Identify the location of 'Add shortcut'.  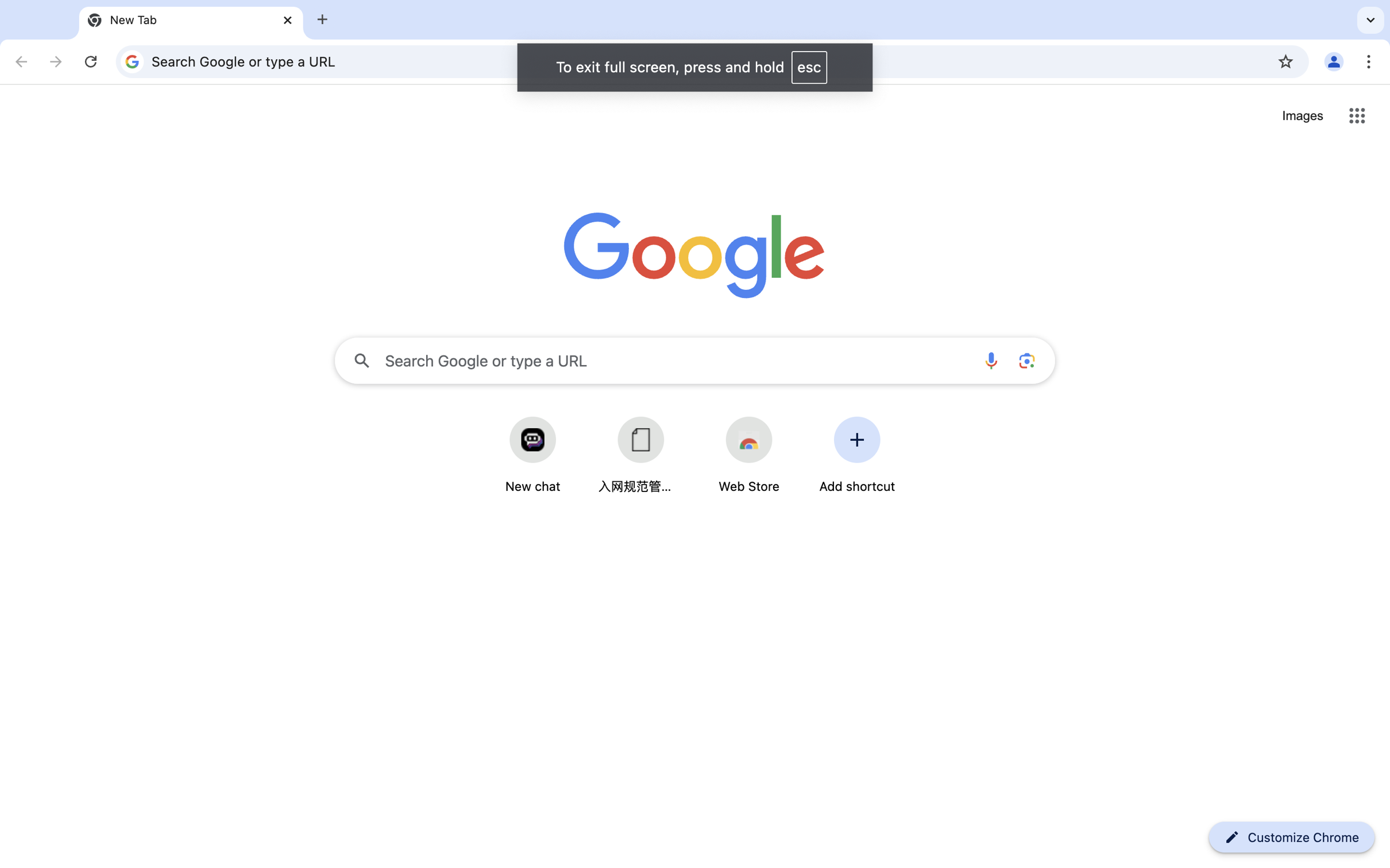
(856, 454).